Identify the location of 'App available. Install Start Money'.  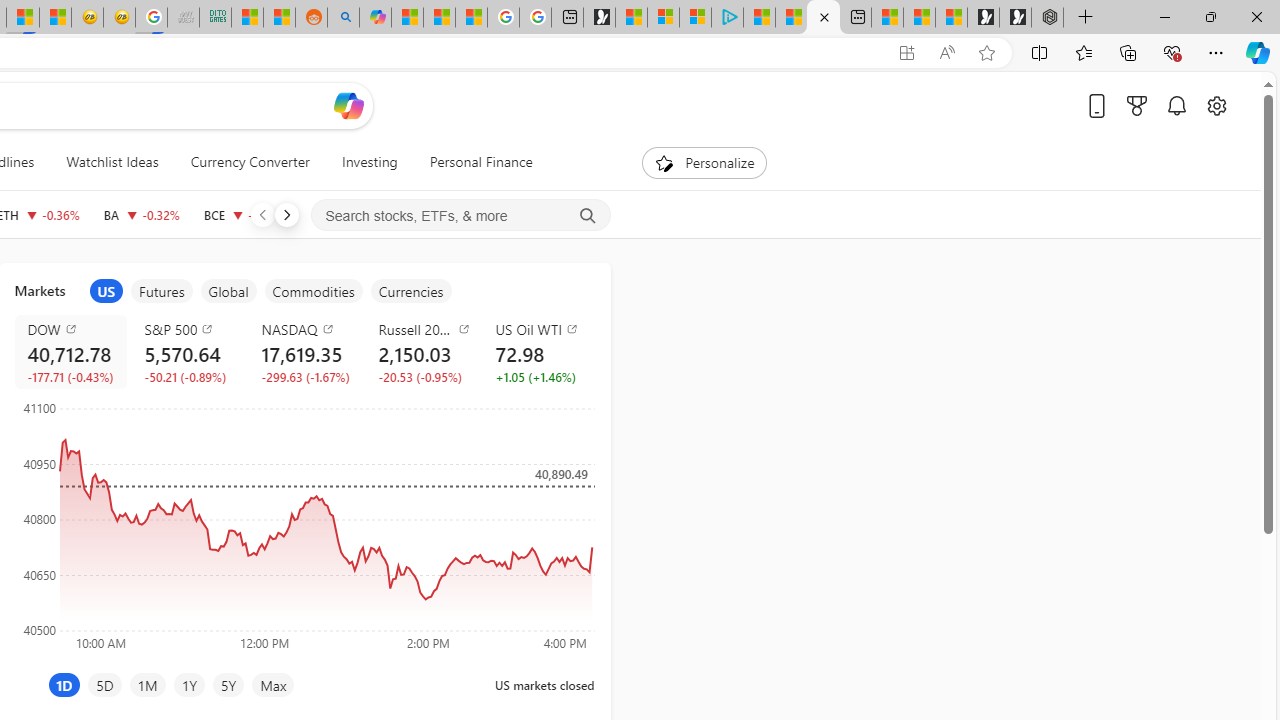
(905, 52).